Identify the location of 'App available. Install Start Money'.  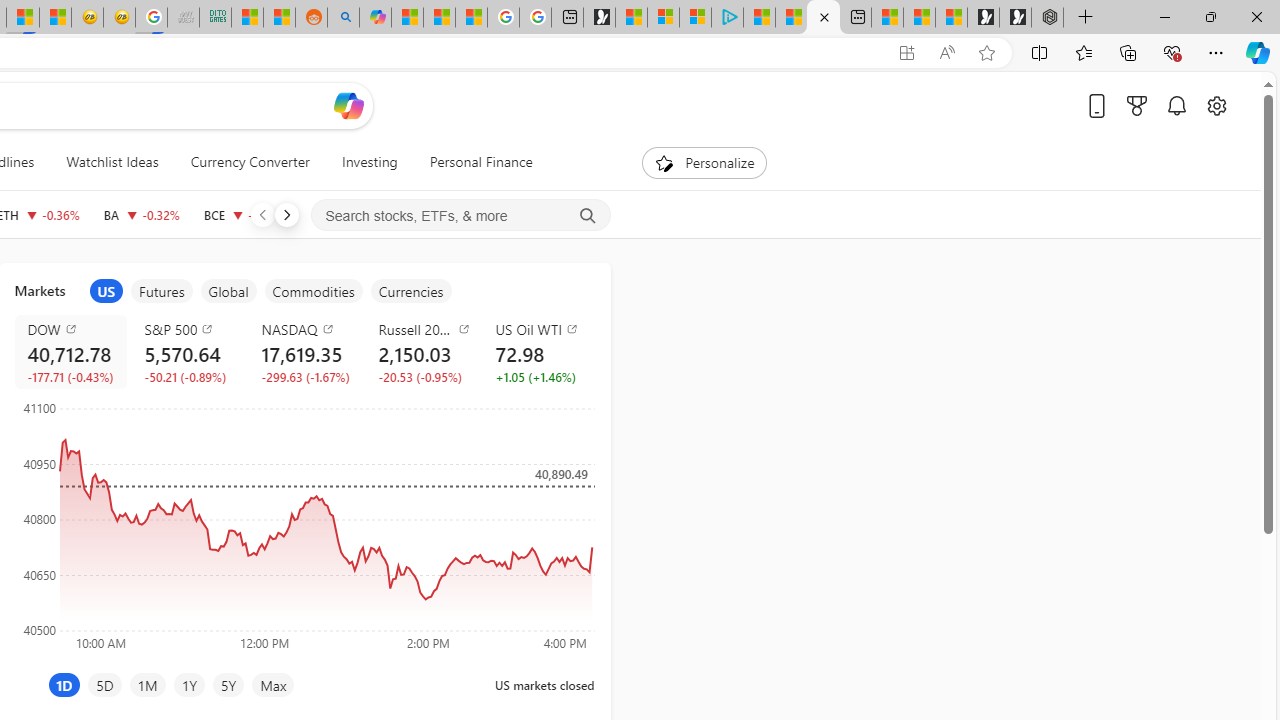
(905, 52).